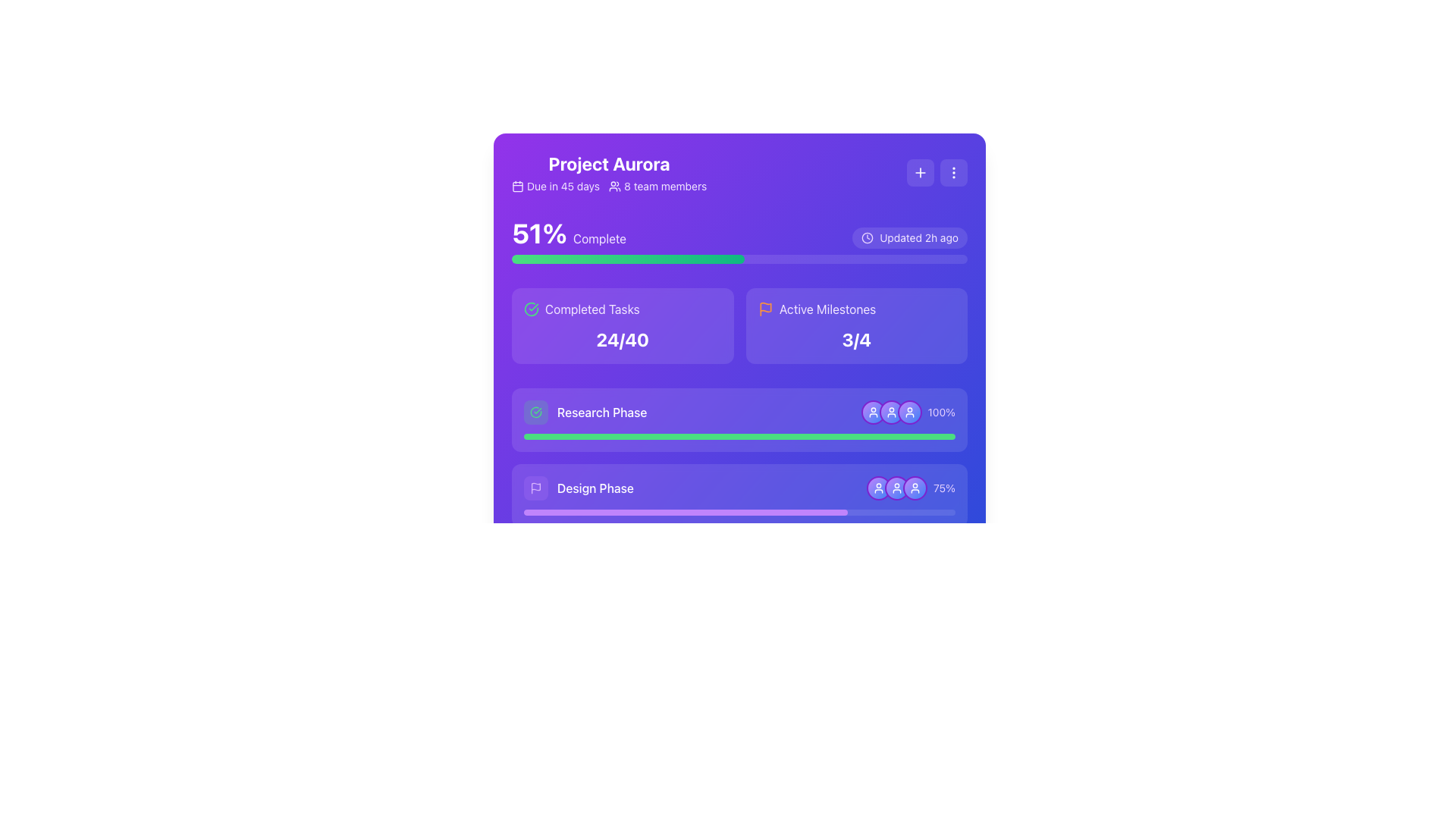  Describe the element at coordinates (628, 259) in the screenshot. I see `the progress bar segment that is visually represented as a rounded full-width bar with a gradient color transitioning from green to emerald, indicating 51% completion, located below the '51% Complete' text` at that location.